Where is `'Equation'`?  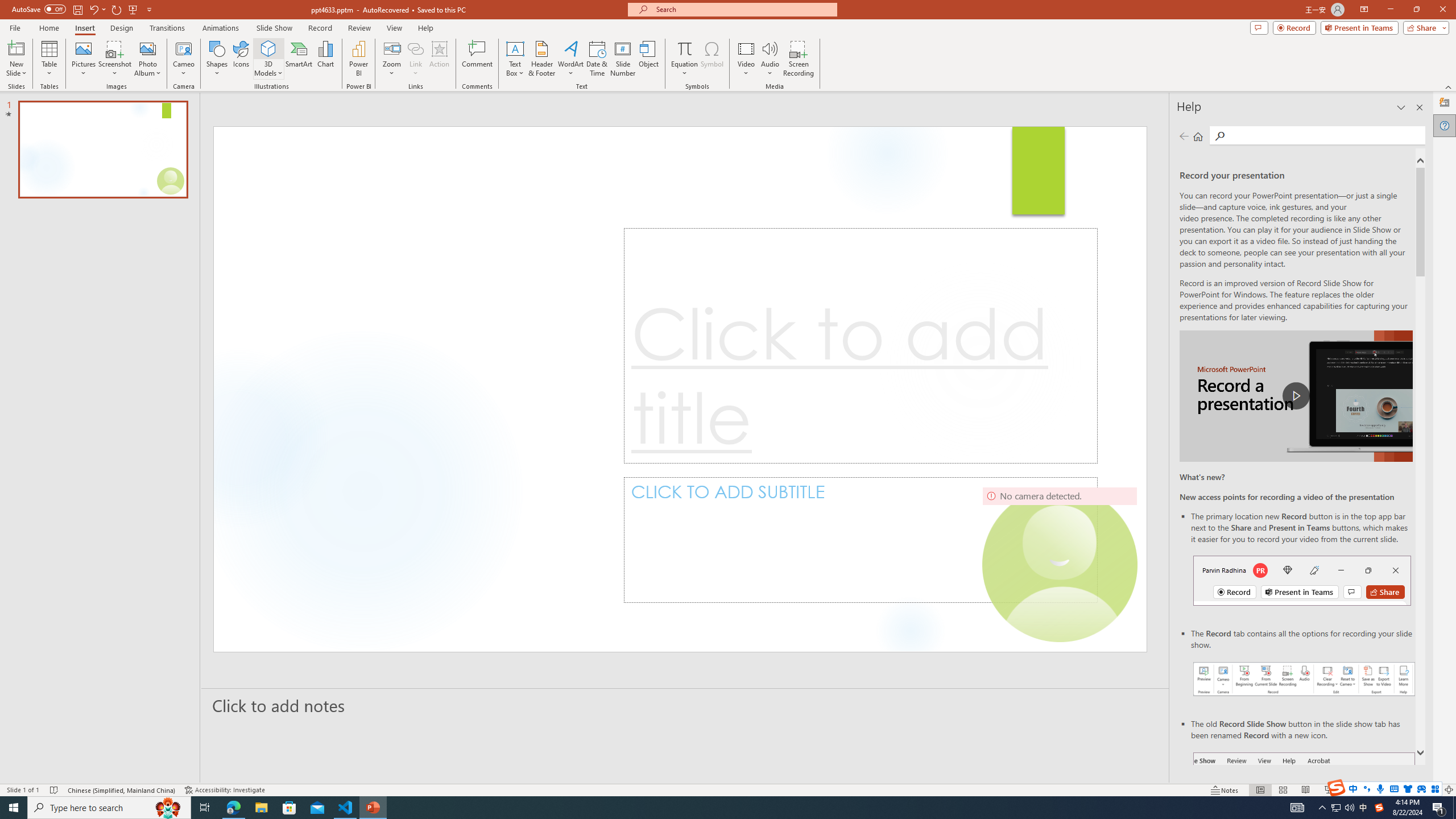 'Equation' is located at coordinates (684, 59).